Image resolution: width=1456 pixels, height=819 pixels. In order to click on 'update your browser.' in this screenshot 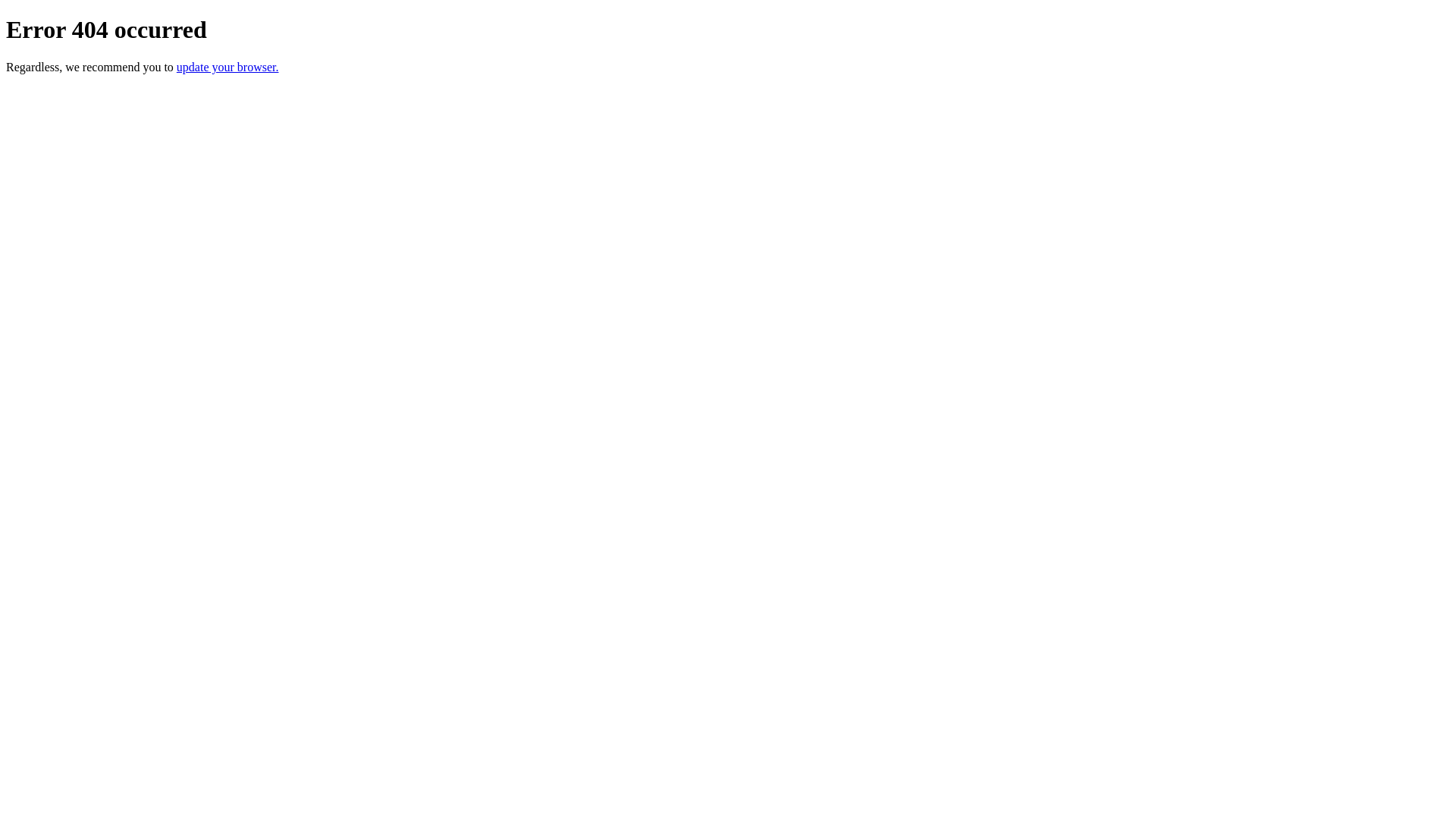, I will do `click(177, 66)`.